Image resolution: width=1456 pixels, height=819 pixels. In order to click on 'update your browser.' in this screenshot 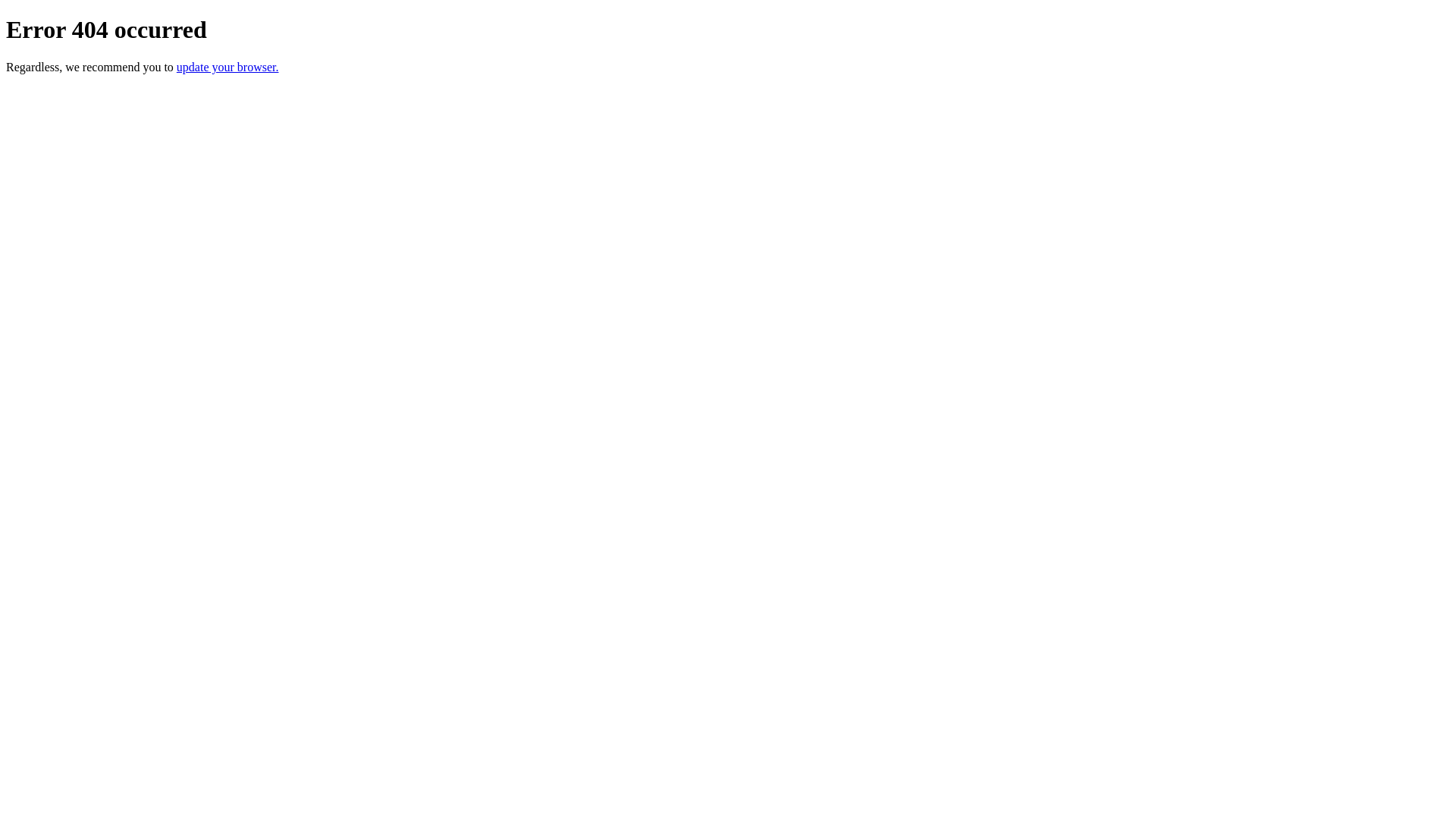, I will do `click(177, 66)`.